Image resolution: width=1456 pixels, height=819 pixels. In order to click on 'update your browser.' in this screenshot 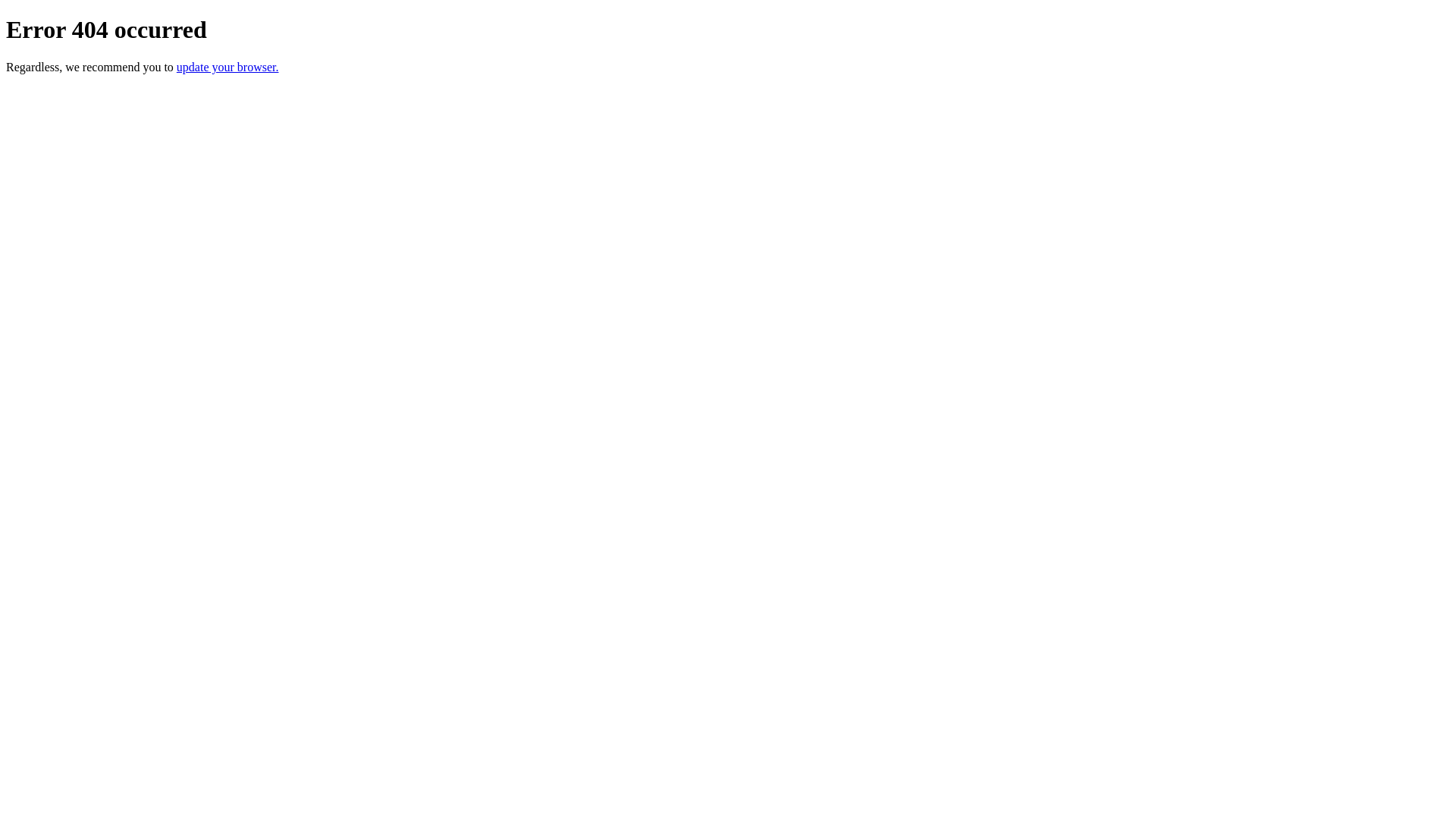, I will do `click(177, 66)`.